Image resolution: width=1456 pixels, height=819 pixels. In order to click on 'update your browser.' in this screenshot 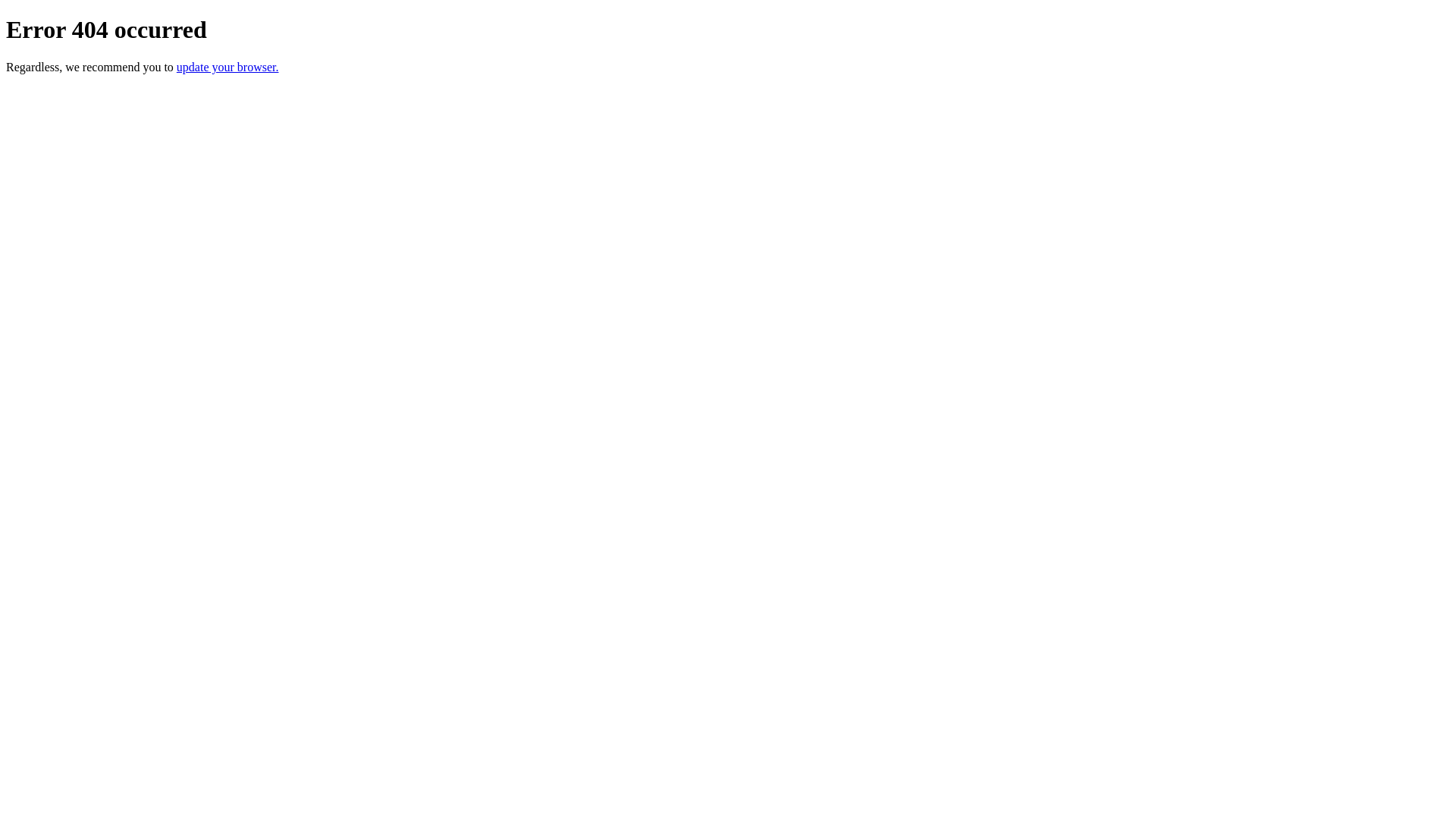, I will do `click(177, 66)`.